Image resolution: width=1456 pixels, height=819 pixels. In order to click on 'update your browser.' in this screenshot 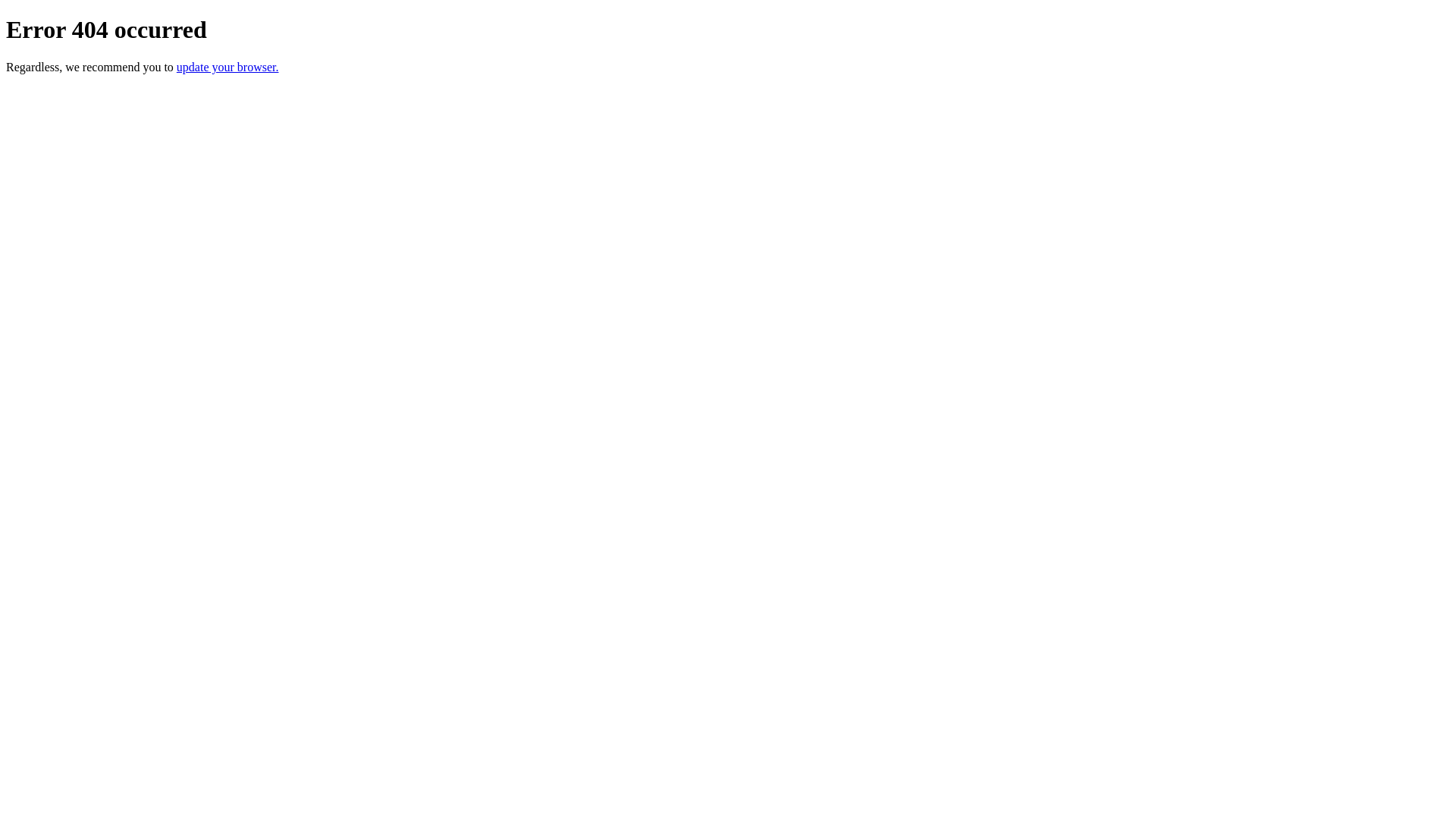, I will do `click(177, 66)`.